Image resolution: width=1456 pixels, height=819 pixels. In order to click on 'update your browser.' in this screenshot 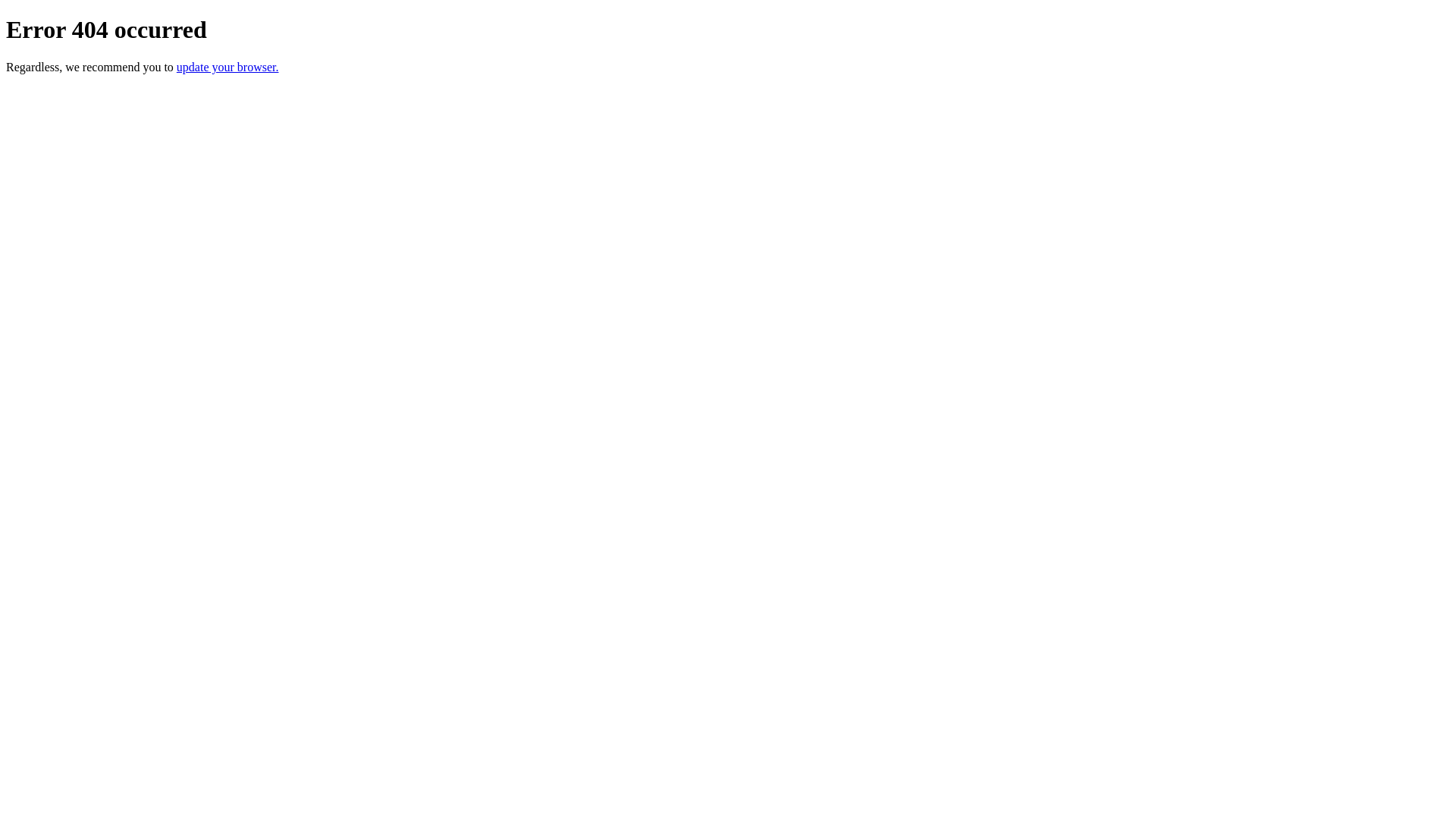, I will do `click(177, 66)`.